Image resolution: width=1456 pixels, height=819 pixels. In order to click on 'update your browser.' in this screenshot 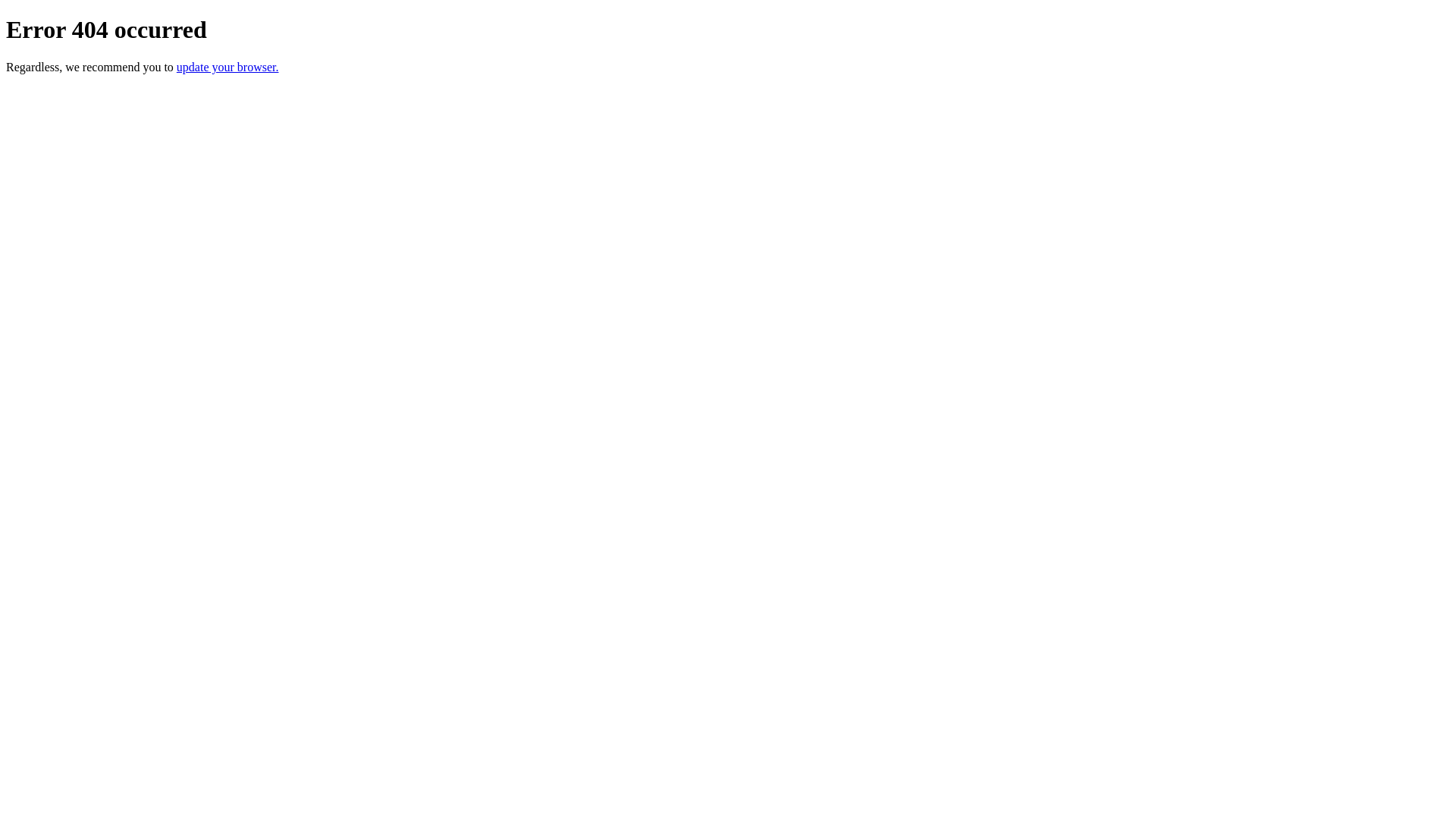, I will do `click(177, 66)`.